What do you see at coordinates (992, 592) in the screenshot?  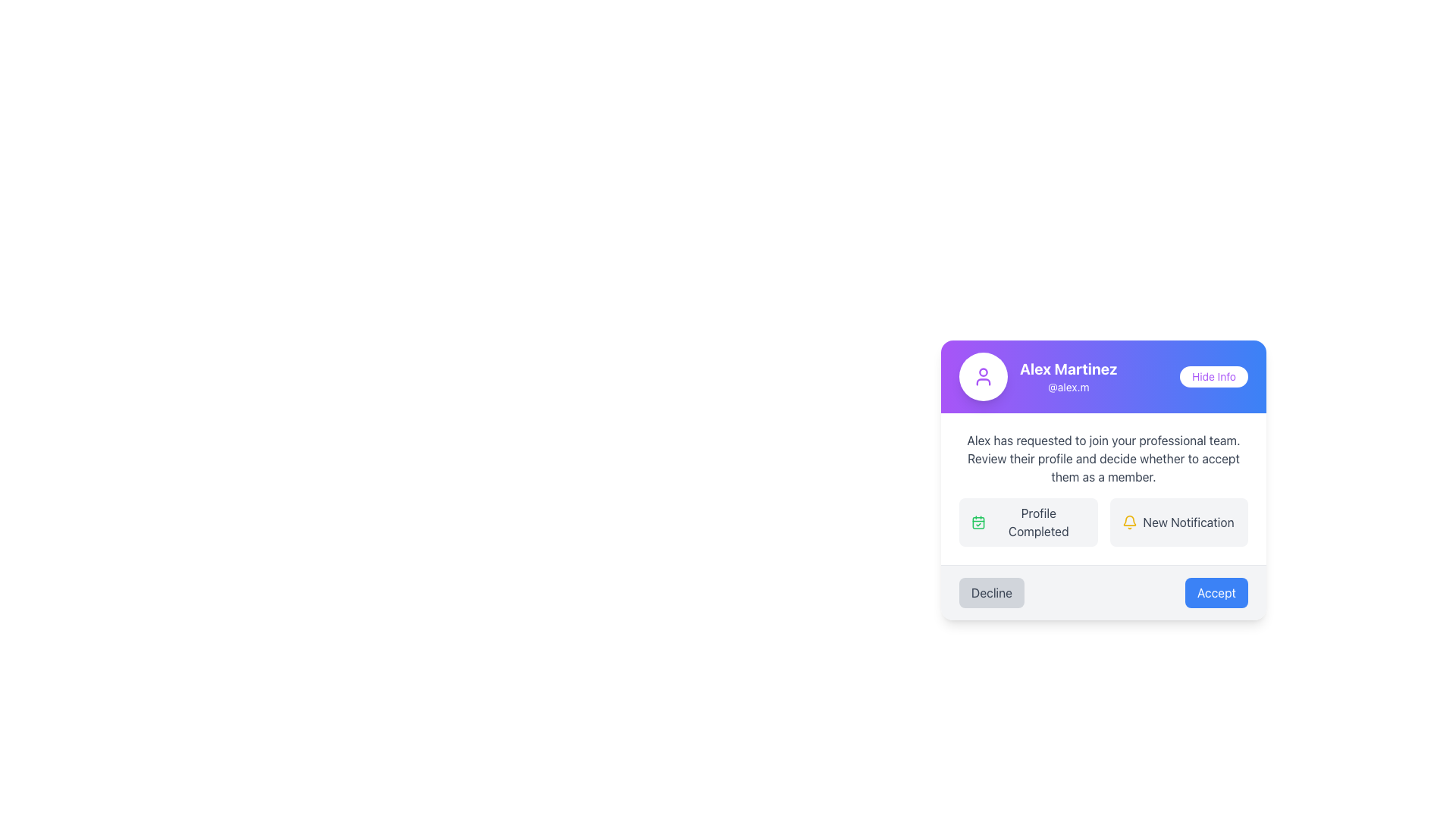 I see `the rounded rectangular 'Decline' button with gray background and darker gray text to observe the hover effect` at bounding box center [992, 592].